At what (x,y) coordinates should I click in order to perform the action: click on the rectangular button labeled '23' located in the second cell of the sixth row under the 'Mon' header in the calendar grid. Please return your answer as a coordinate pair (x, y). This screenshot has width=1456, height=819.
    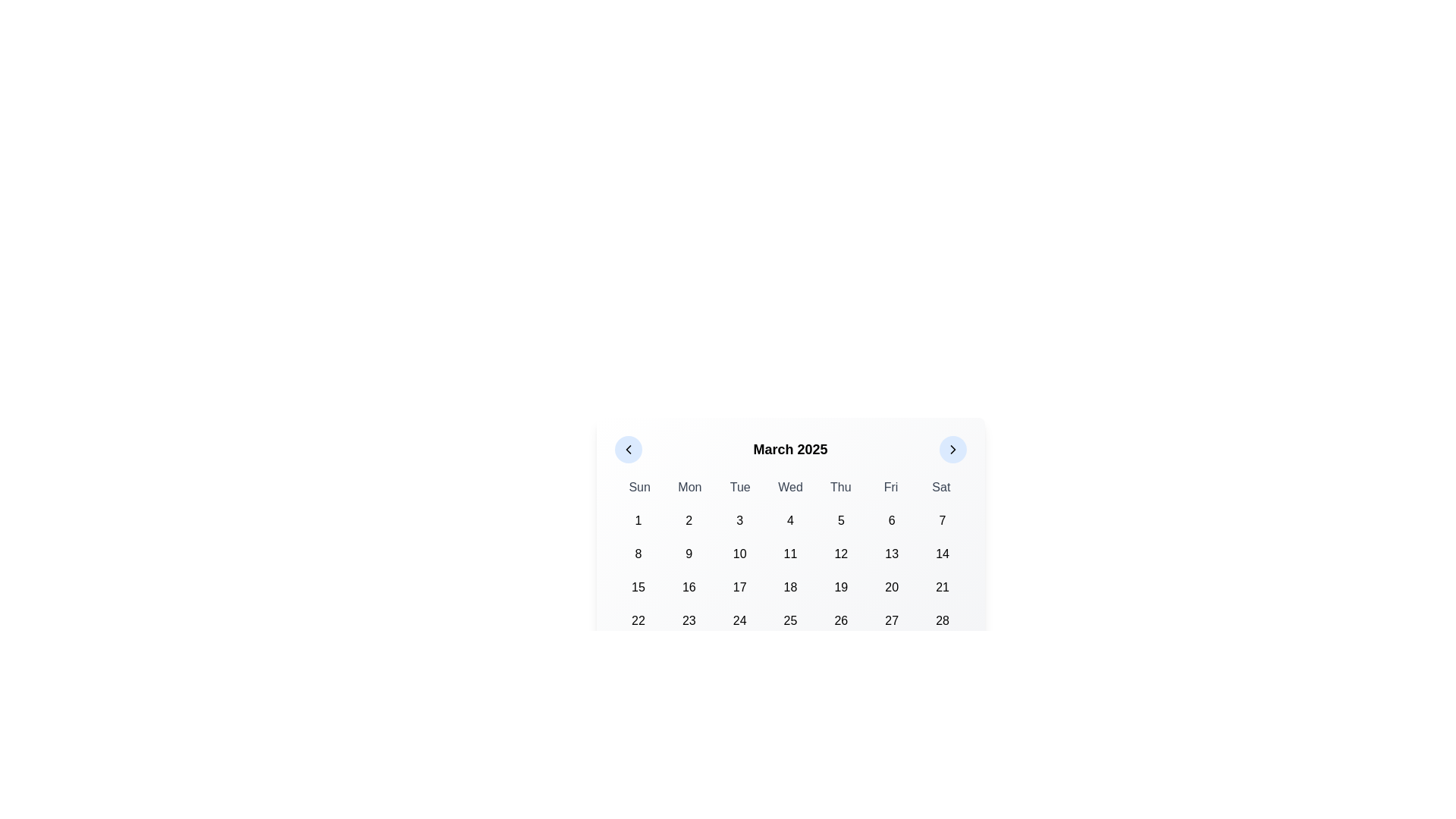
    Looking at the image, I should click on (688, 620).